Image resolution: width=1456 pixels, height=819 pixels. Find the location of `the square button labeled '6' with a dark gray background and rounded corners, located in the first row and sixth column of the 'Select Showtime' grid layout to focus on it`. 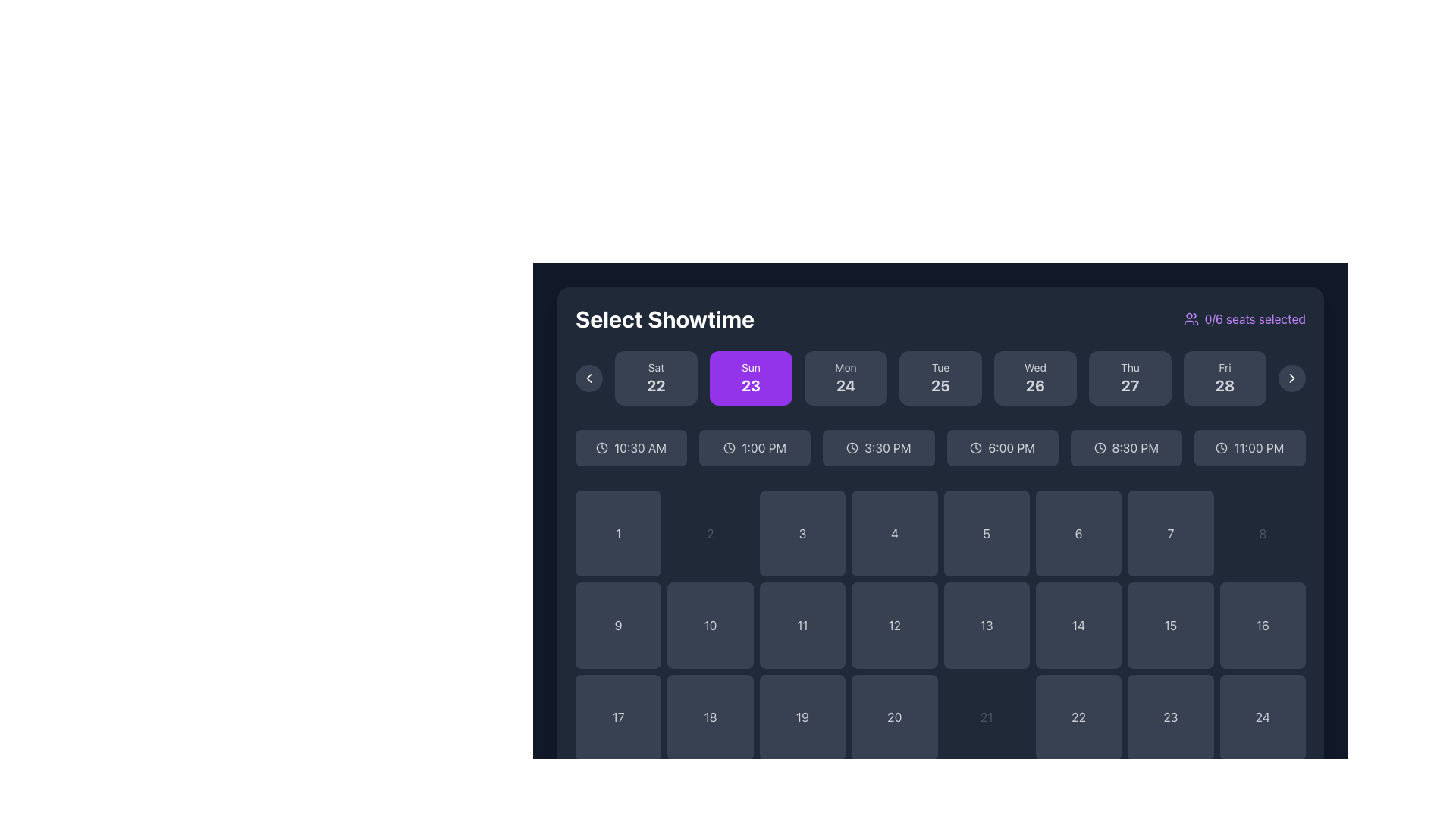

the square button labeled '6' with a dark gray background and rounded corners, located in the first row and sixth column of the 'Select Showtime' grid layout to focus on it is located at coordinates (1078, 532).